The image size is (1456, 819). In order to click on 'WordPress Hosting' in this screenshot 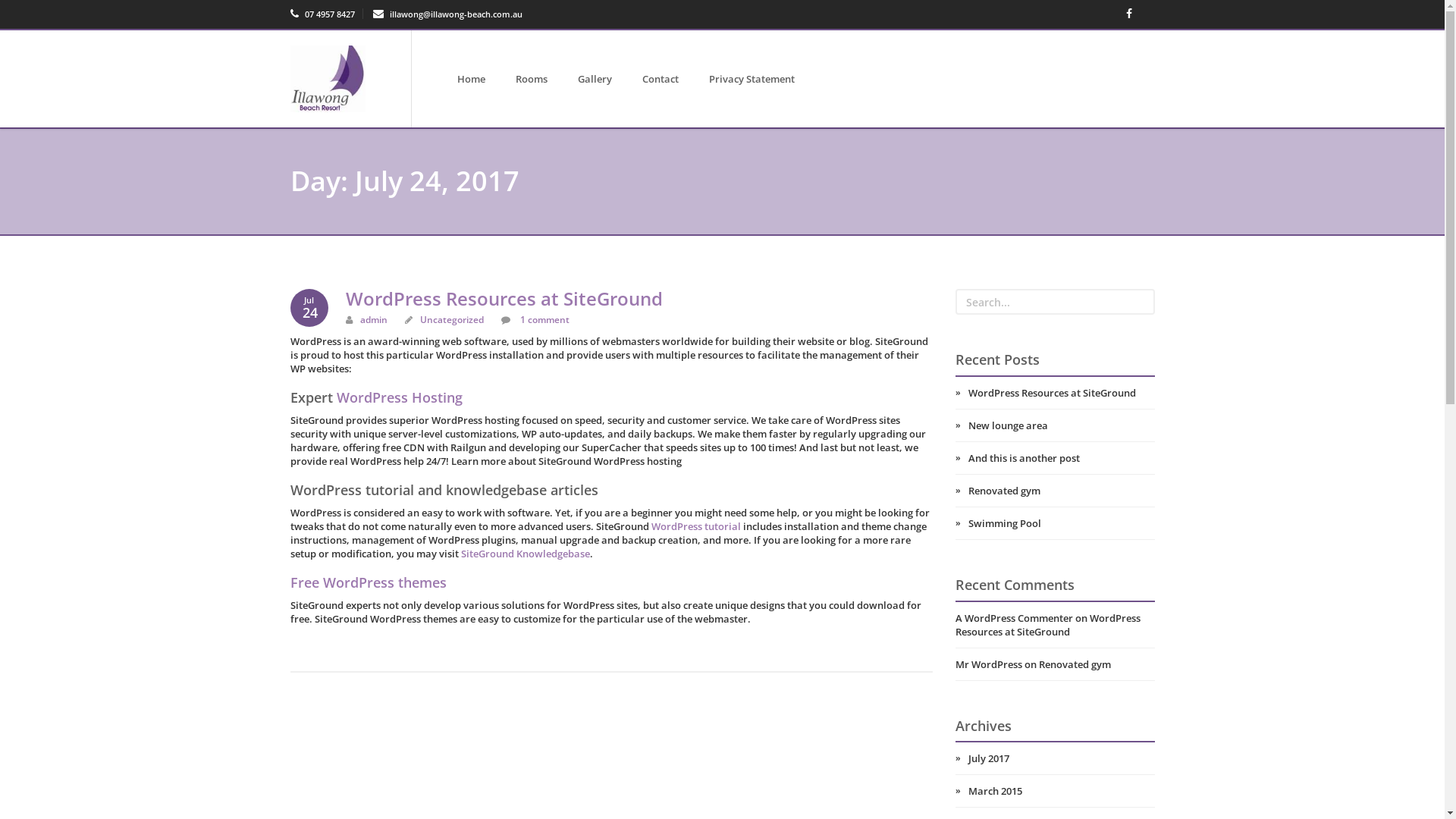, I will do `click(400, 397)`.